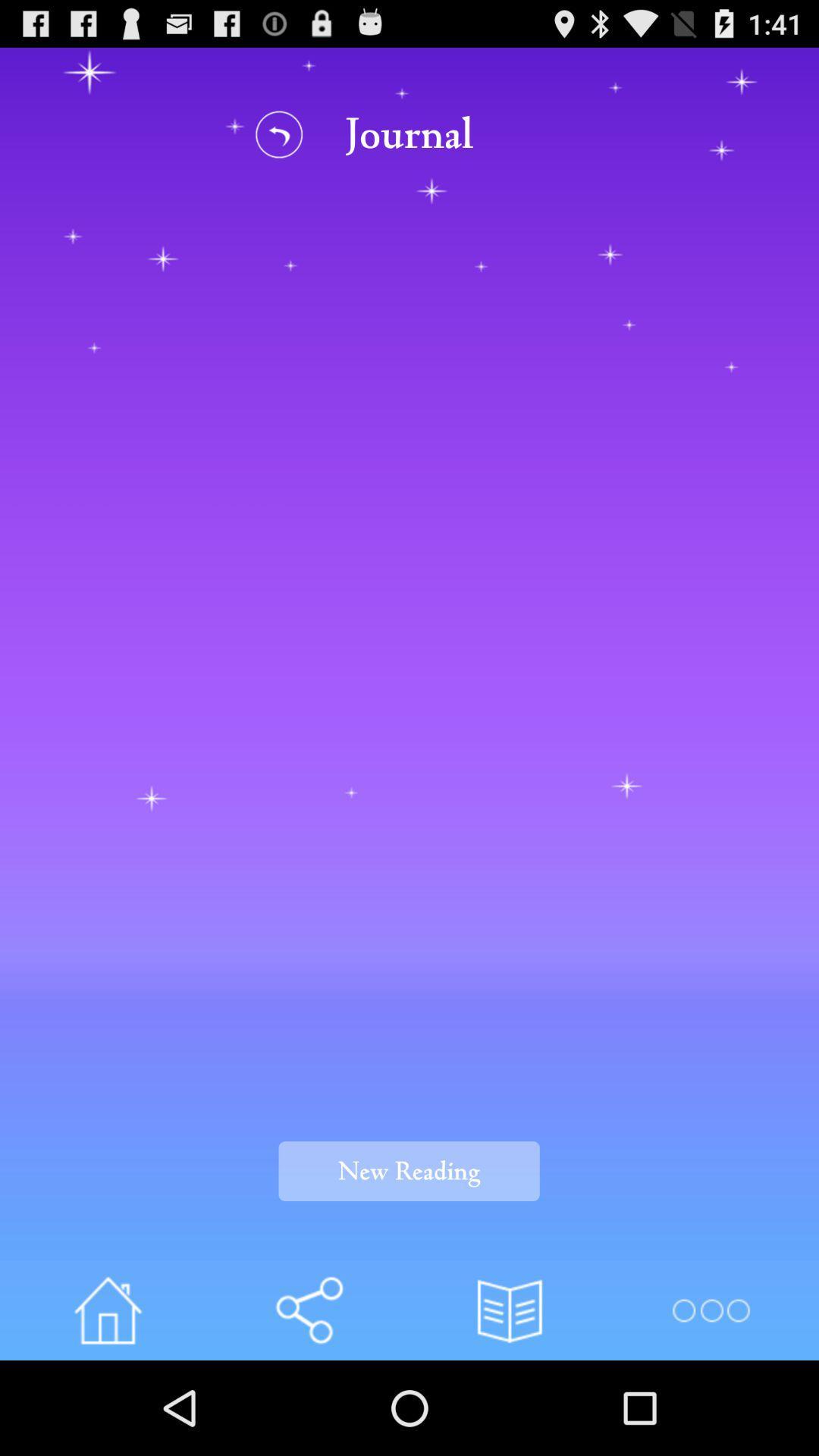 Image resolution: width=819 pixels, height=1456 pixels. Describe the element at coordinates (308, 1401) in the screenshot. I see `the volume icon` at that location.